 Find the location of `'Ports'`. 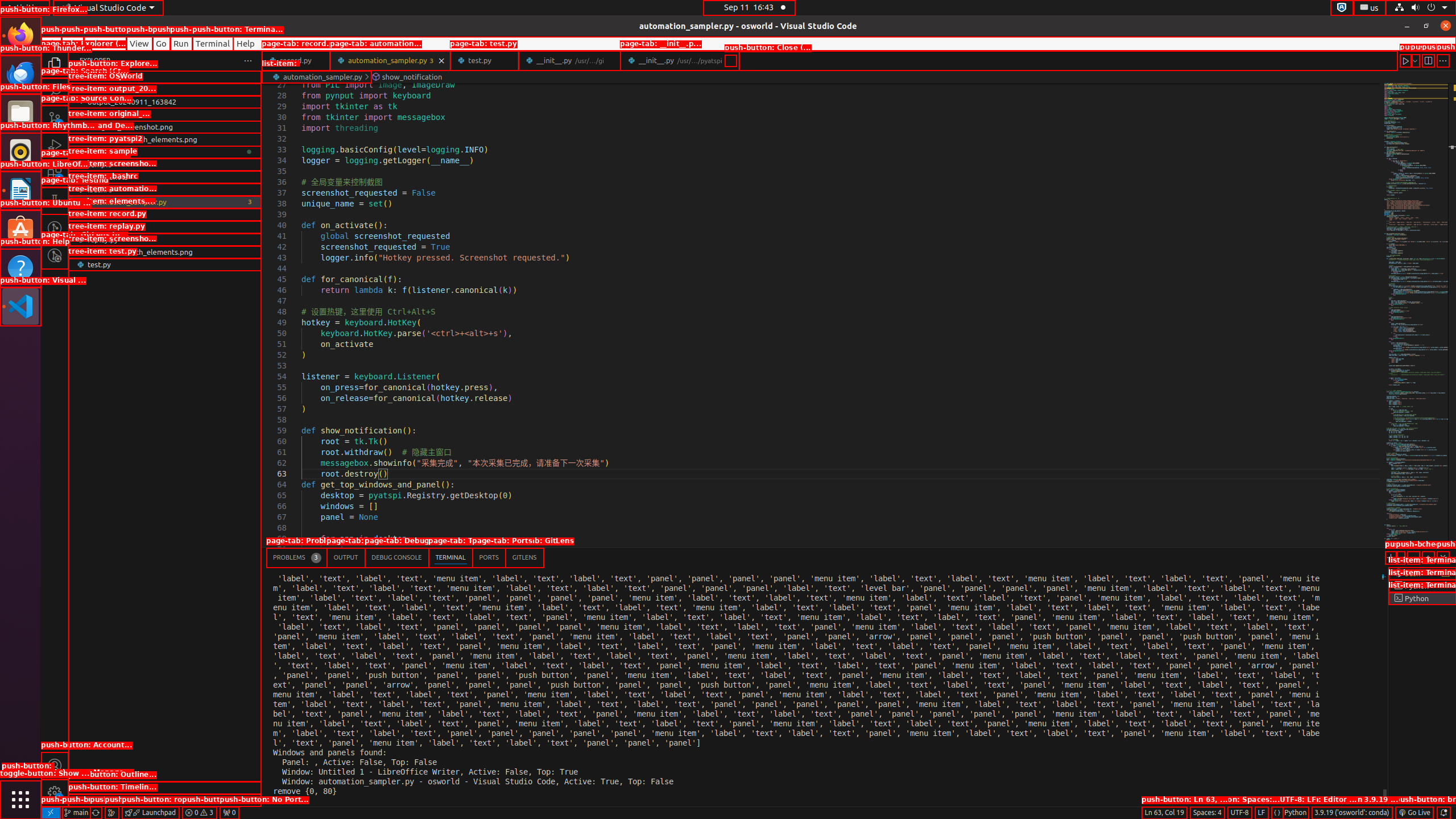

'Ports' is located at coordinates (489, 557).